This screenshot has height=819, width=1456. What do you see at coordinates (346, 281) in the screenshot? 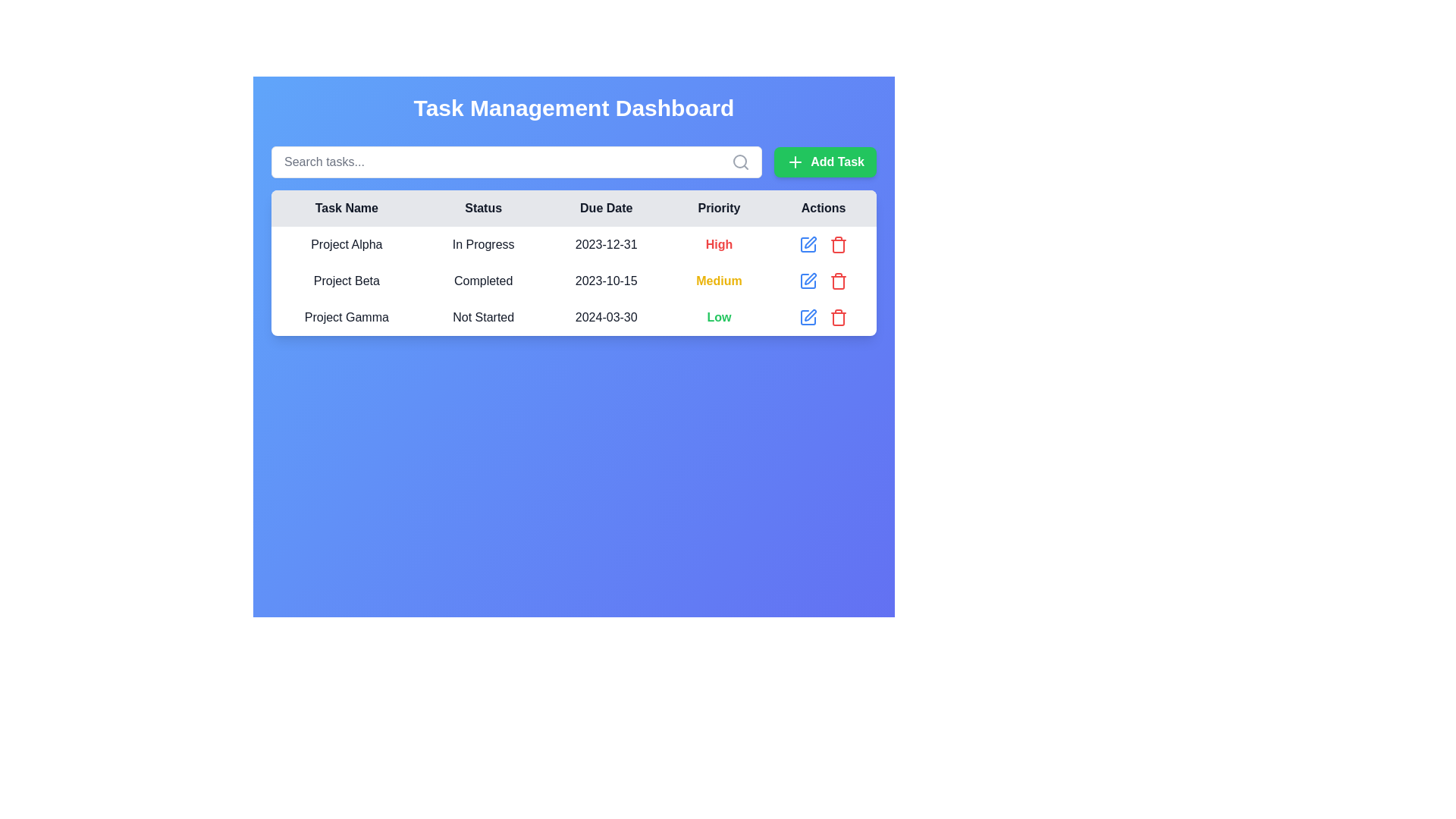
I see `the 'Task Name' text label for 'Project Beta', which serves as an identifier in the table` at bounding box center [346, 281].